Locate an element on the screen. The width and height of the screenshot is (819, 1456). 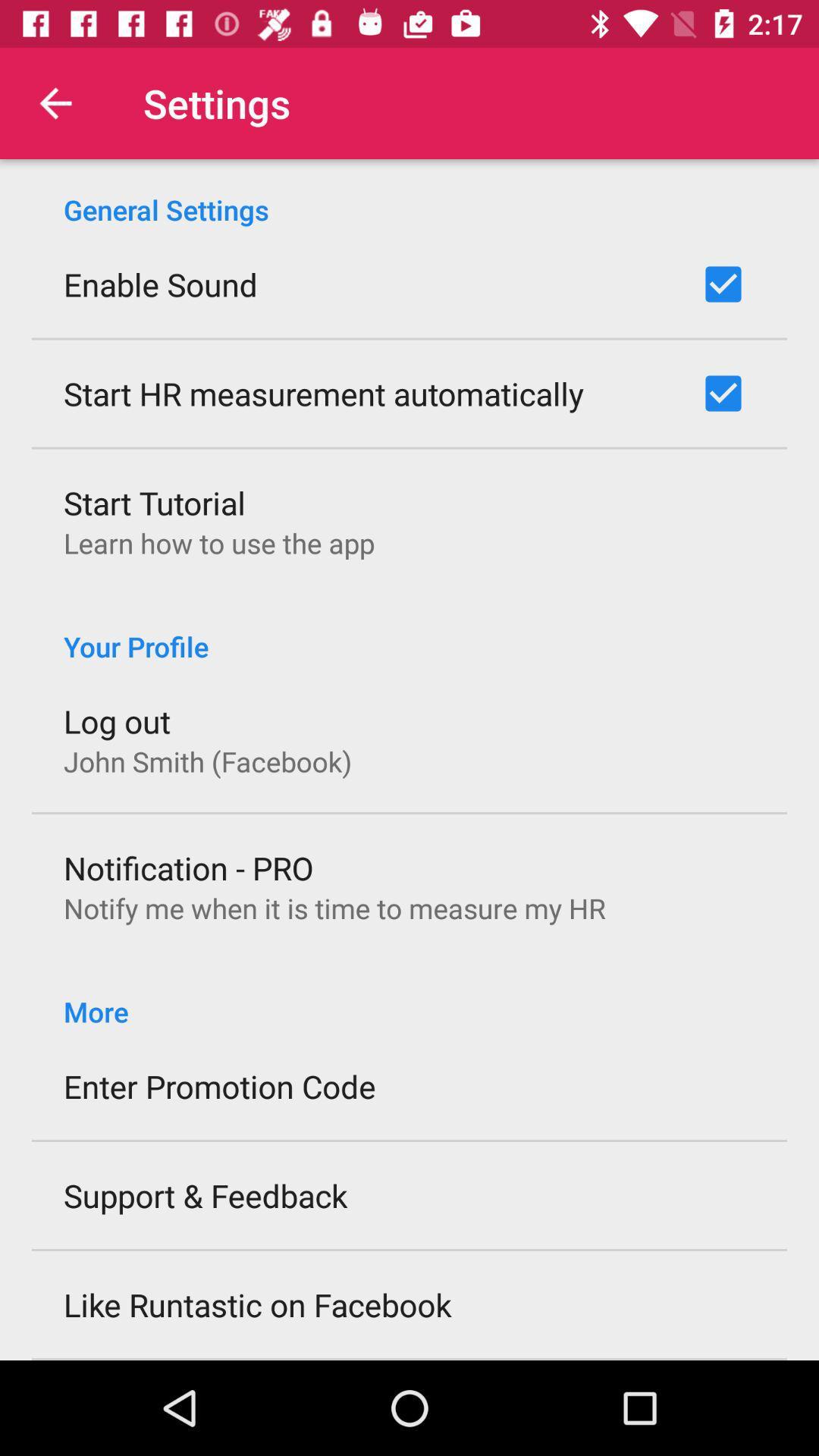
the option beside start hr measurement automatically is located at coordinates (722, 393).